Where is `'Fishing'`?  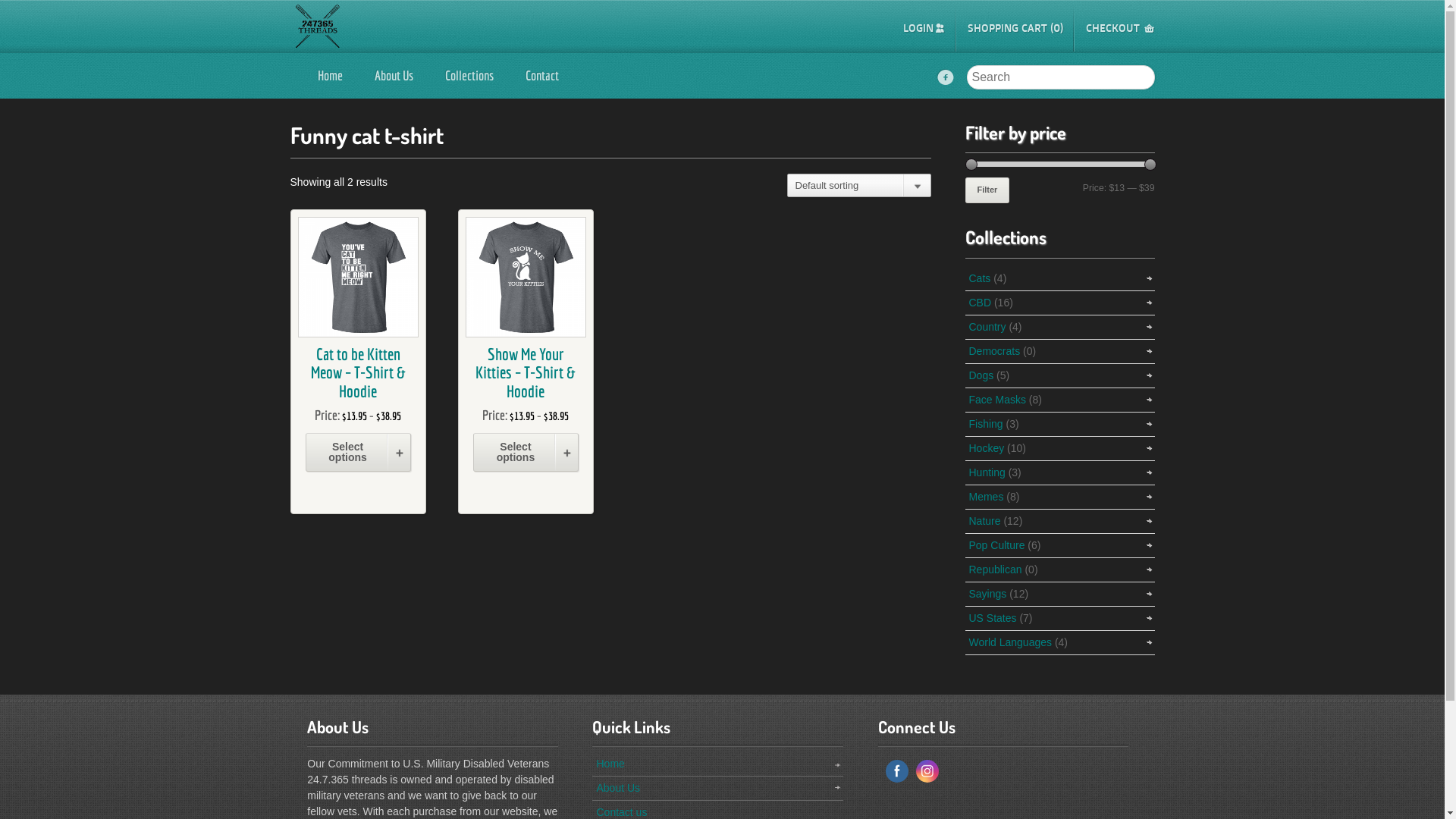
'Fishing' is located at coordinates (986, 424).